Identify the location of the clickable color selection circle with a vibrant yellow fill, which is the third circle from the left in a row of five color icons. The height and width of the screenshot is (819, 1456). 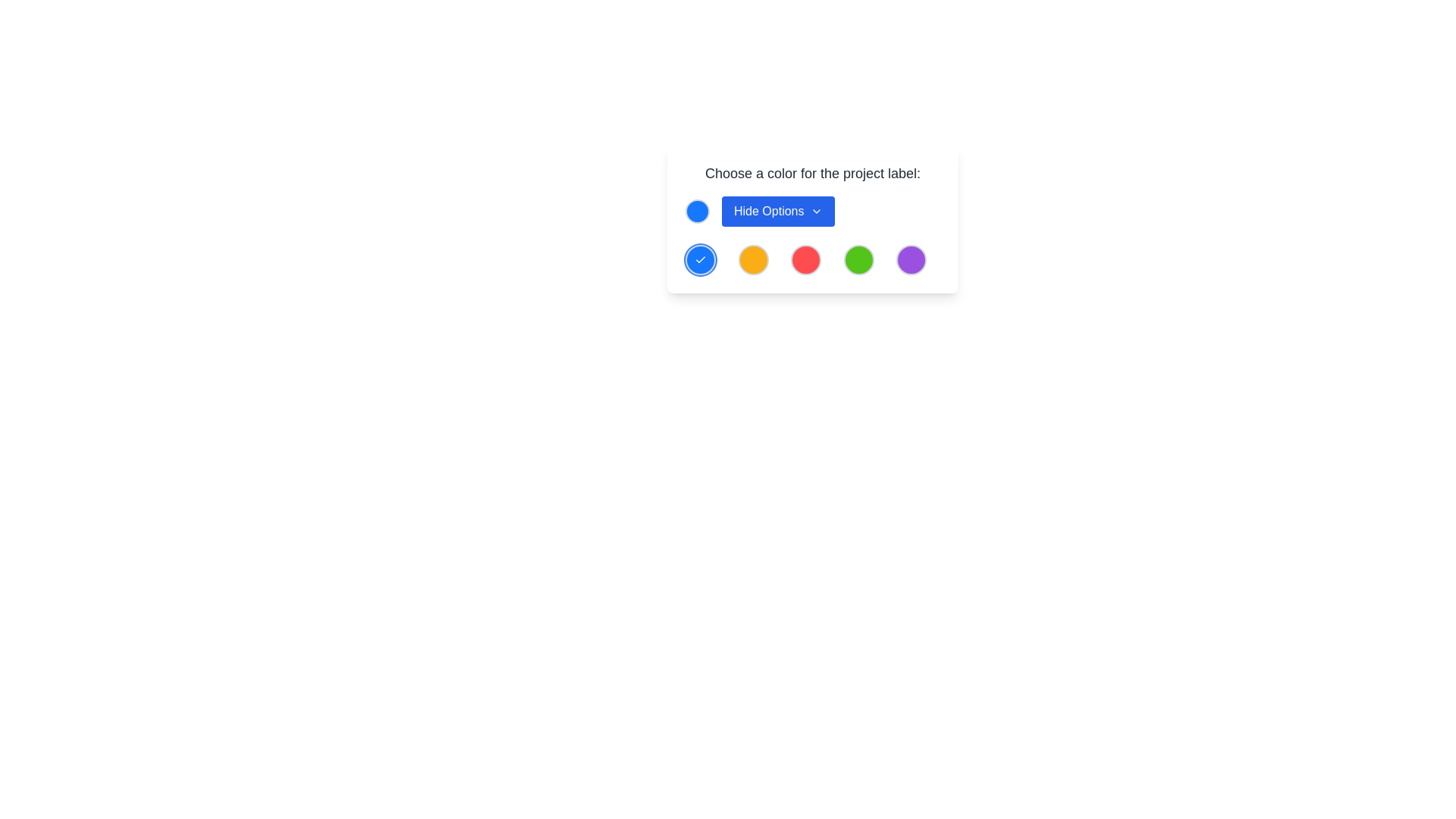
(753, 259).